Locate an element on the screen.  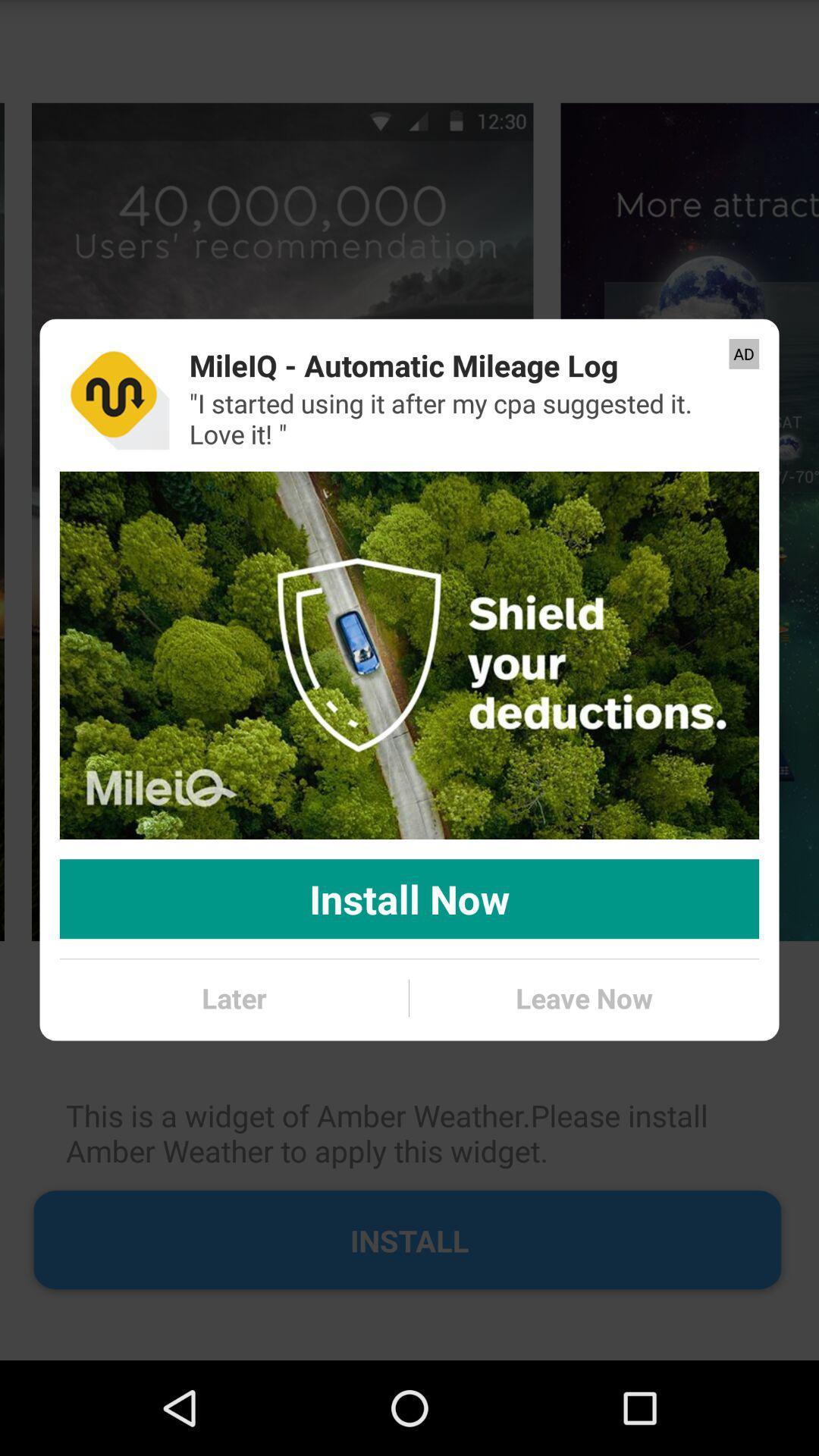
item to the left of the ad item is located at coordinates (403, 365).